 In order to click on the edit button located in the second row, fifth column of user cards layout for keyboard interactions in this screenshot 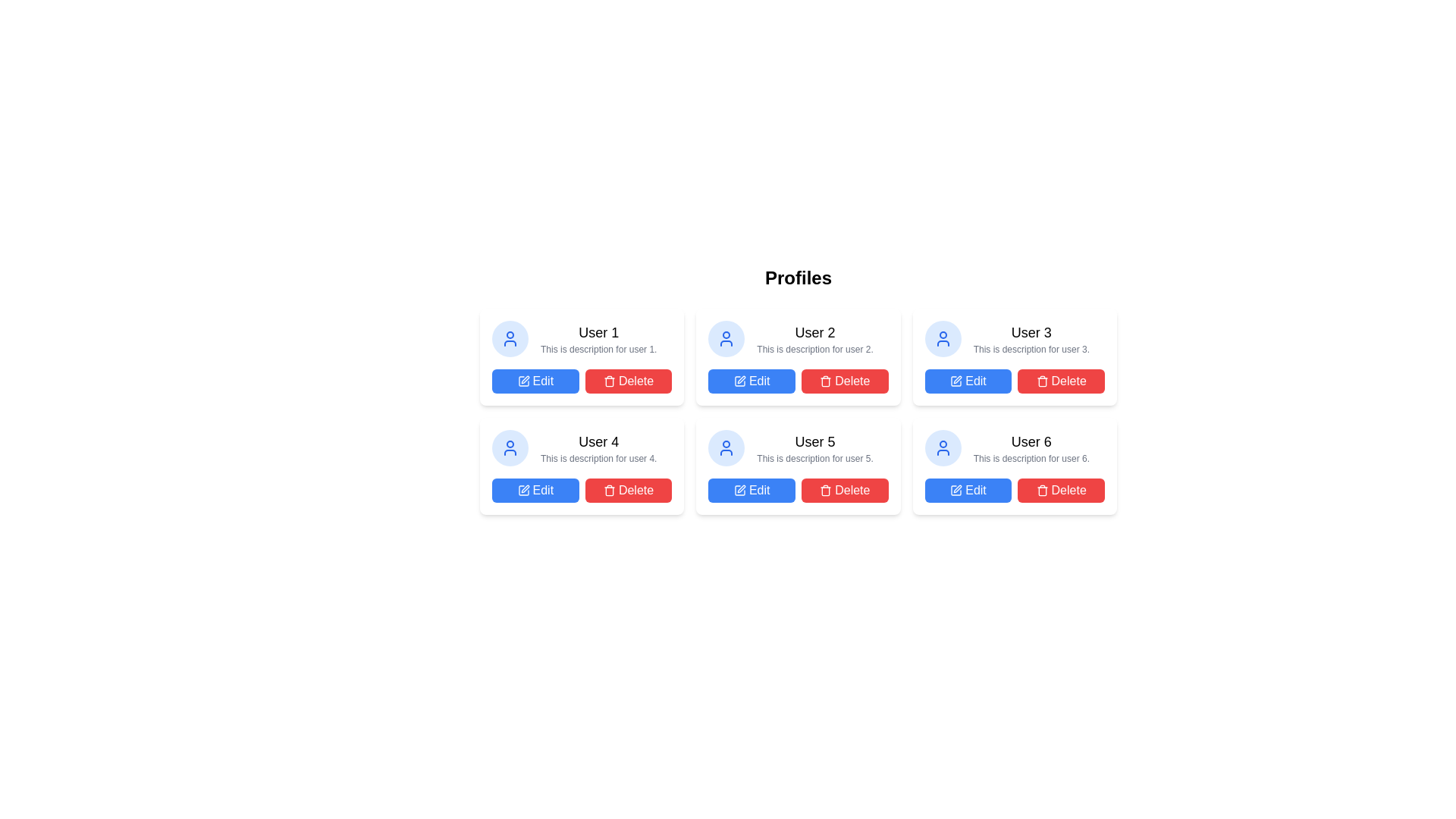, I will do `click(752, 491)`.